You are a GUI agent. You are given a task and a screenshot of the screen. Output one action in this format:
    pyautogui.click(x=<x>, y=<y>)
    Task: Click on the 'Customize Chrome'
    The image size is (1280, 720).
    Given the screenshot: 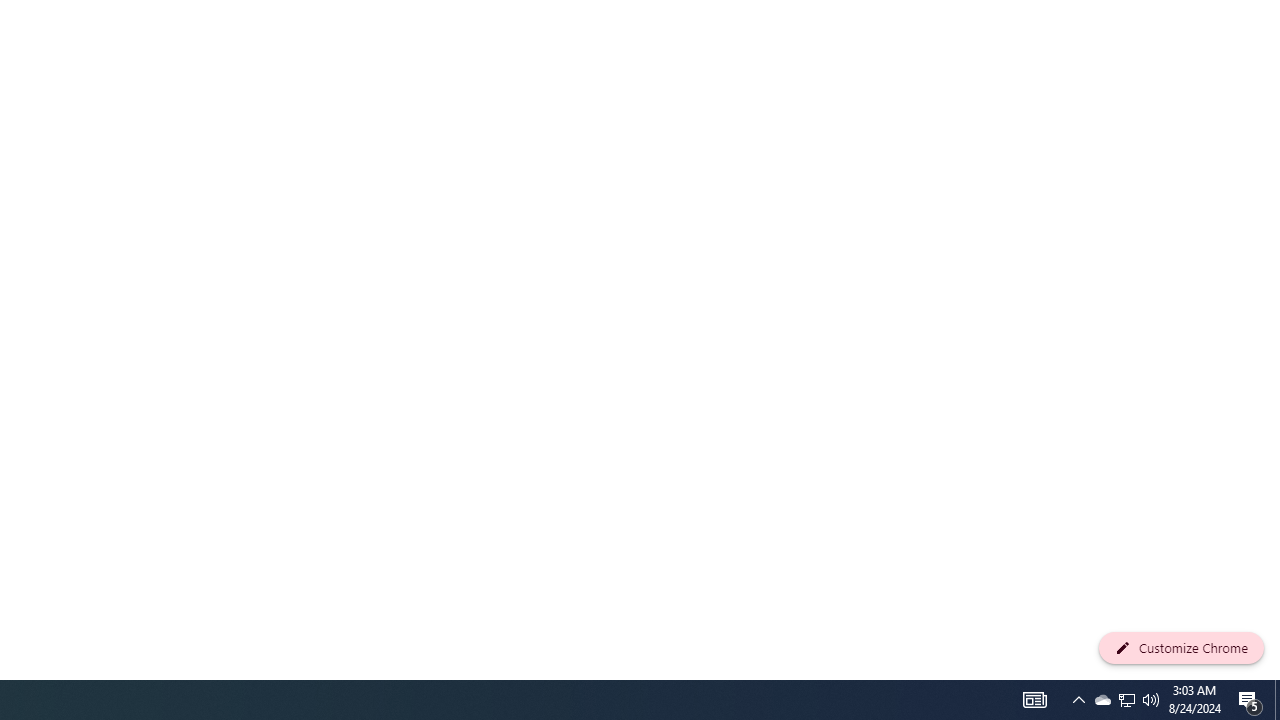 What is the action you would take?
    pyautogui.click(x=1181, y=648)
    